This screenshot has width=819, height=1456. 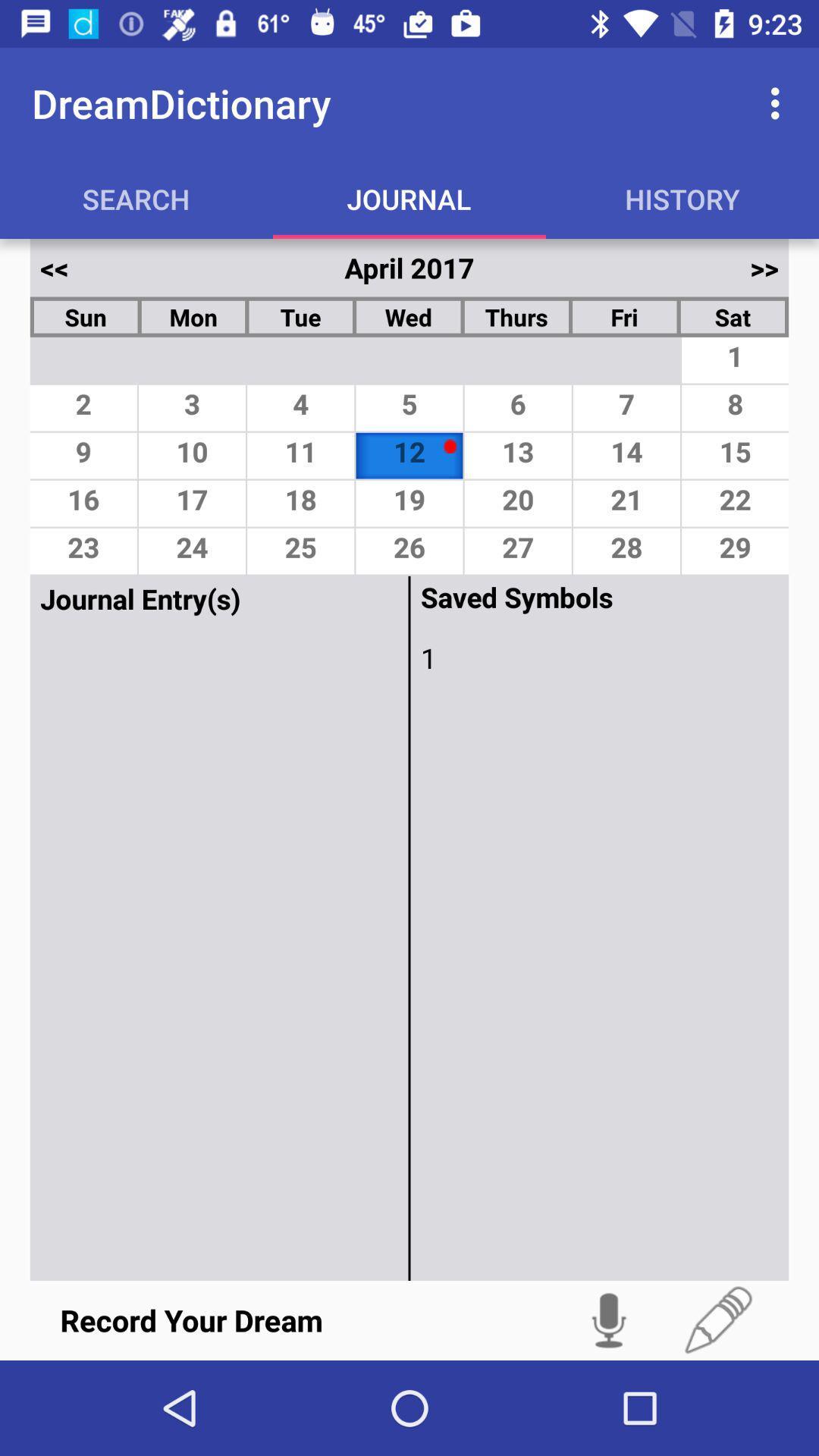 What do you see at coordinates (779, 102) in the screenshot?
I see `the item above the history` at bounding box center [779, 102].